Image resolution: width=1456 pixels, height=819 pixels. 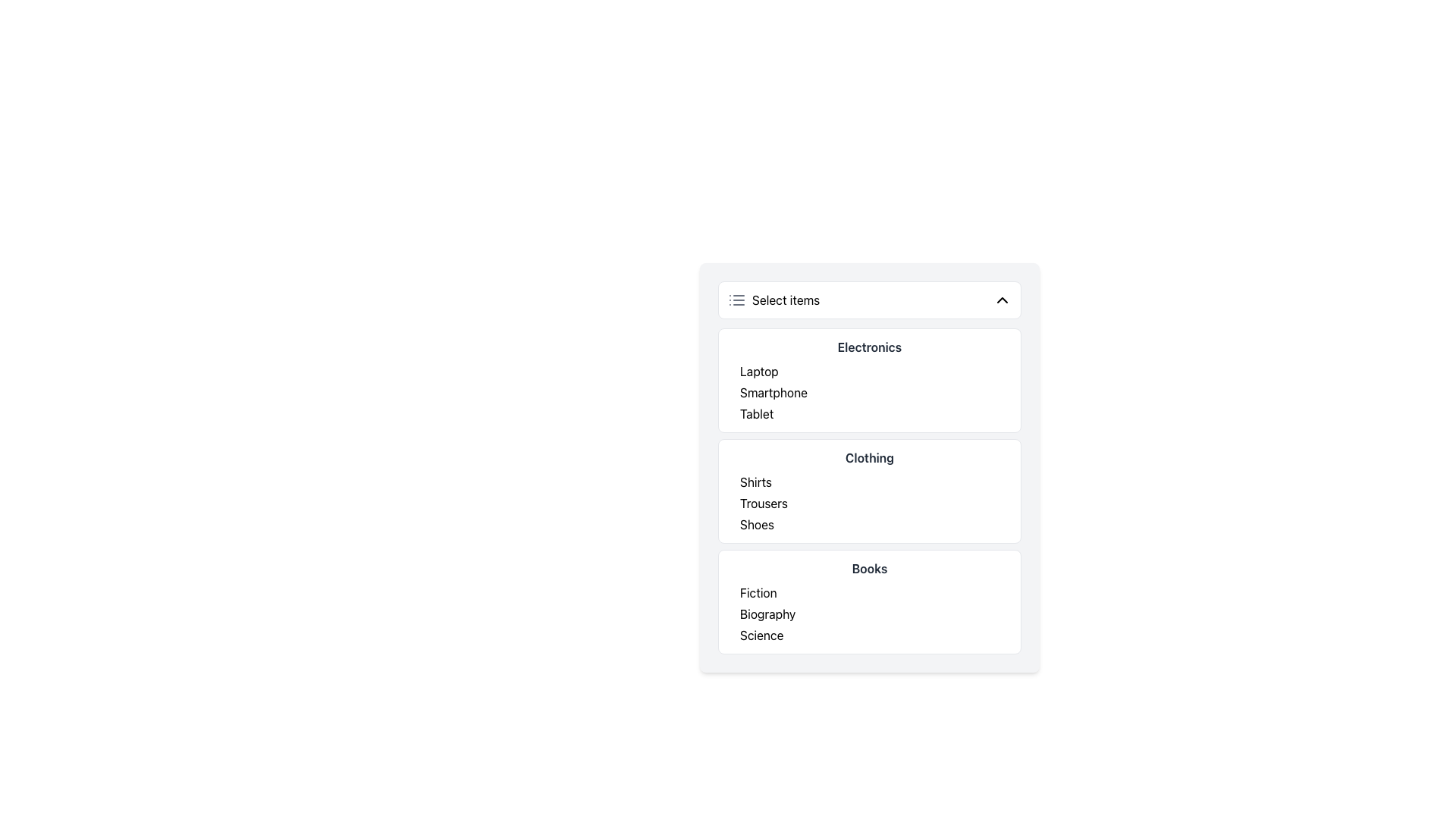 I want to click on the 'Trousers' text label located in the 'Clothing' submenu, so click(x=764, y=503).